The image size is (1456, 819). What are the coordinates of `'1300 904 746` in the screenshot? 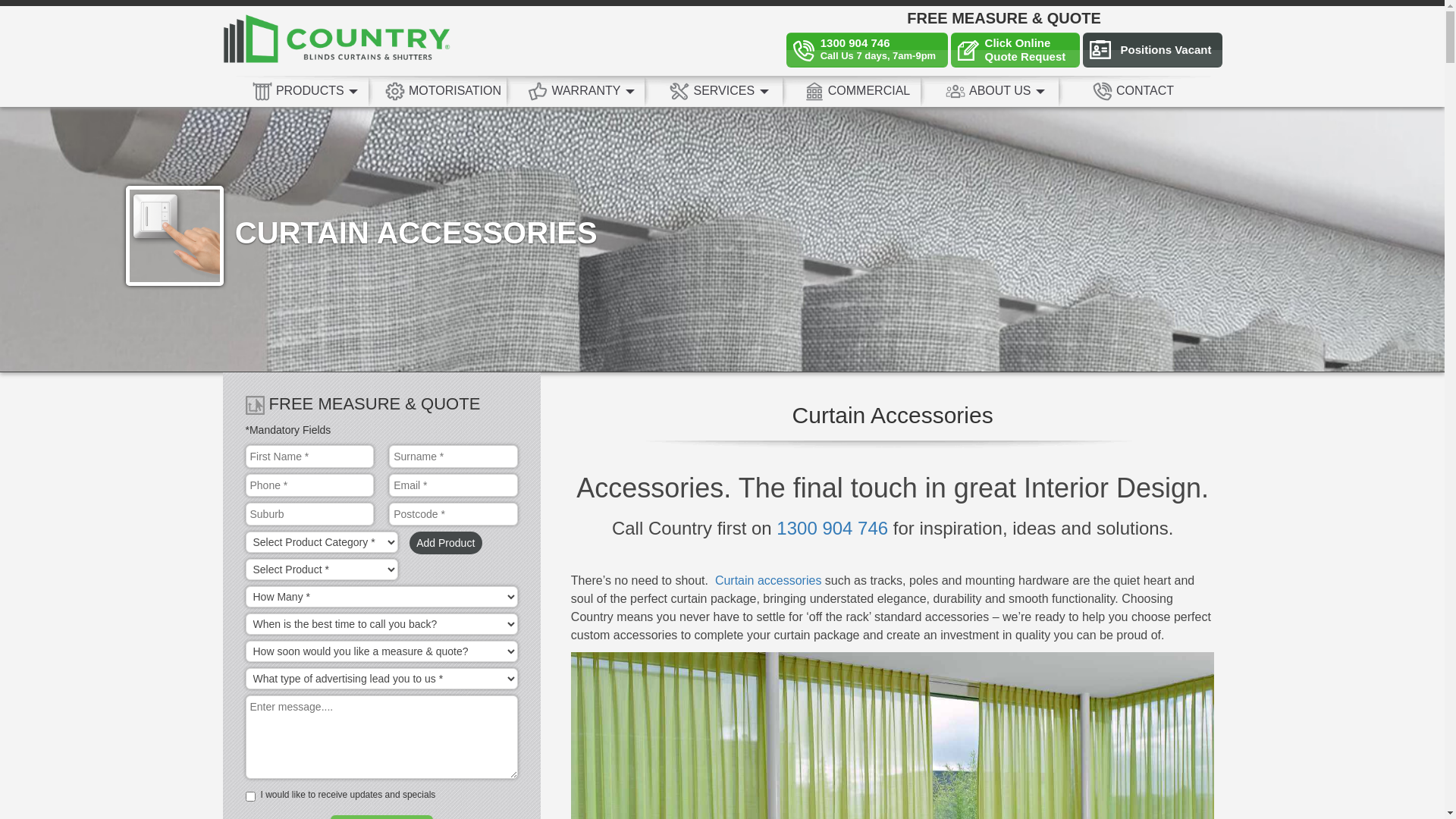 It's located at (867, 49).